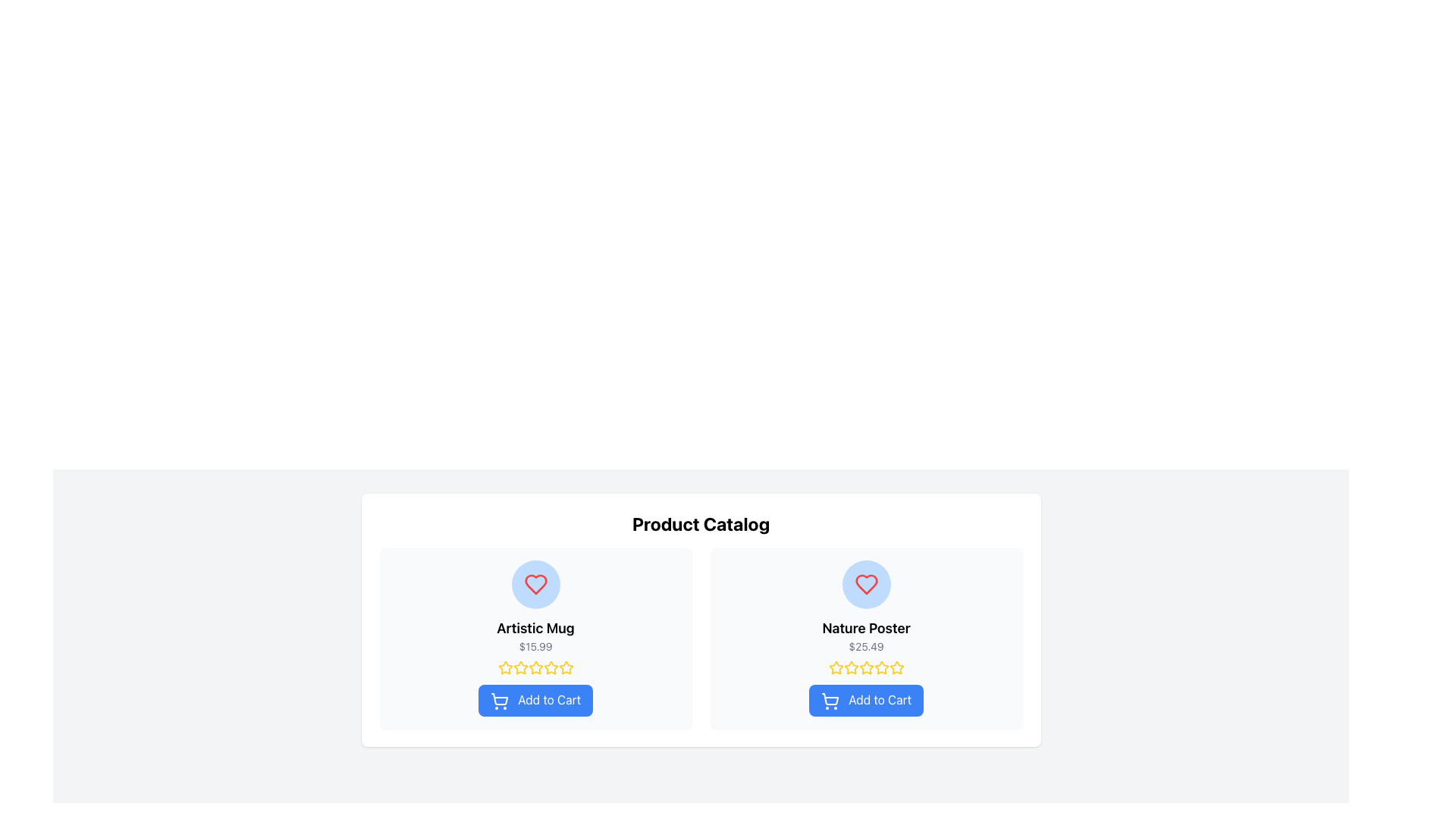 This screenshot has height=819, width=1456. Describe the element at coordinates (866, 667) in the screenshot. I see `the fourth star icon in the rating system for the 'Nature Poster' product, located in the second column of the product listing grid` at that location.